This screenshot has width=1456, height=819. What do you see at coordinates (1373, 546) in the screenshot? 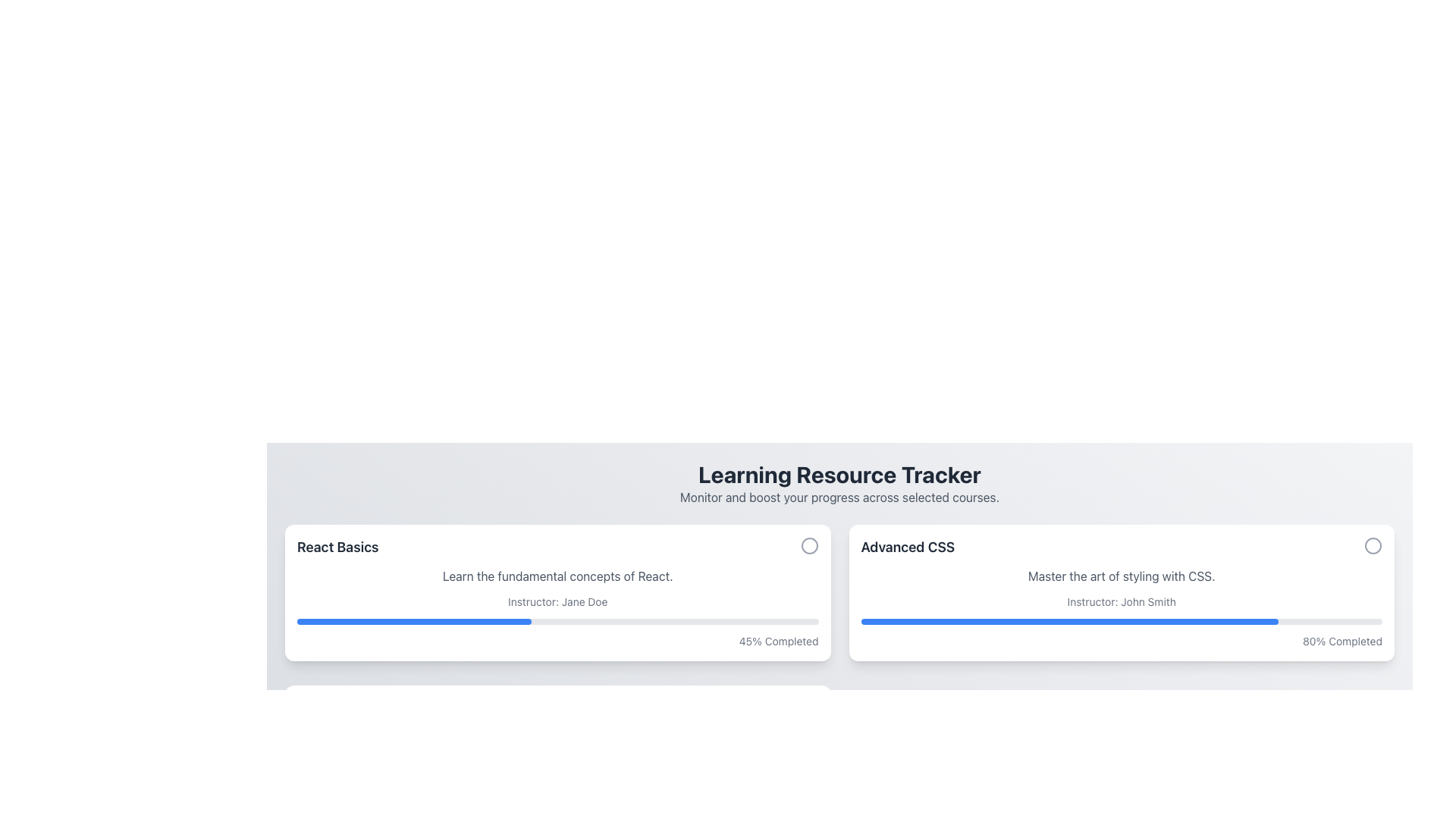
I see `the circular SVG vector graphics object located in the top-right corner of the 'Advanced CSS' card` at bounding box center [1373, 546].